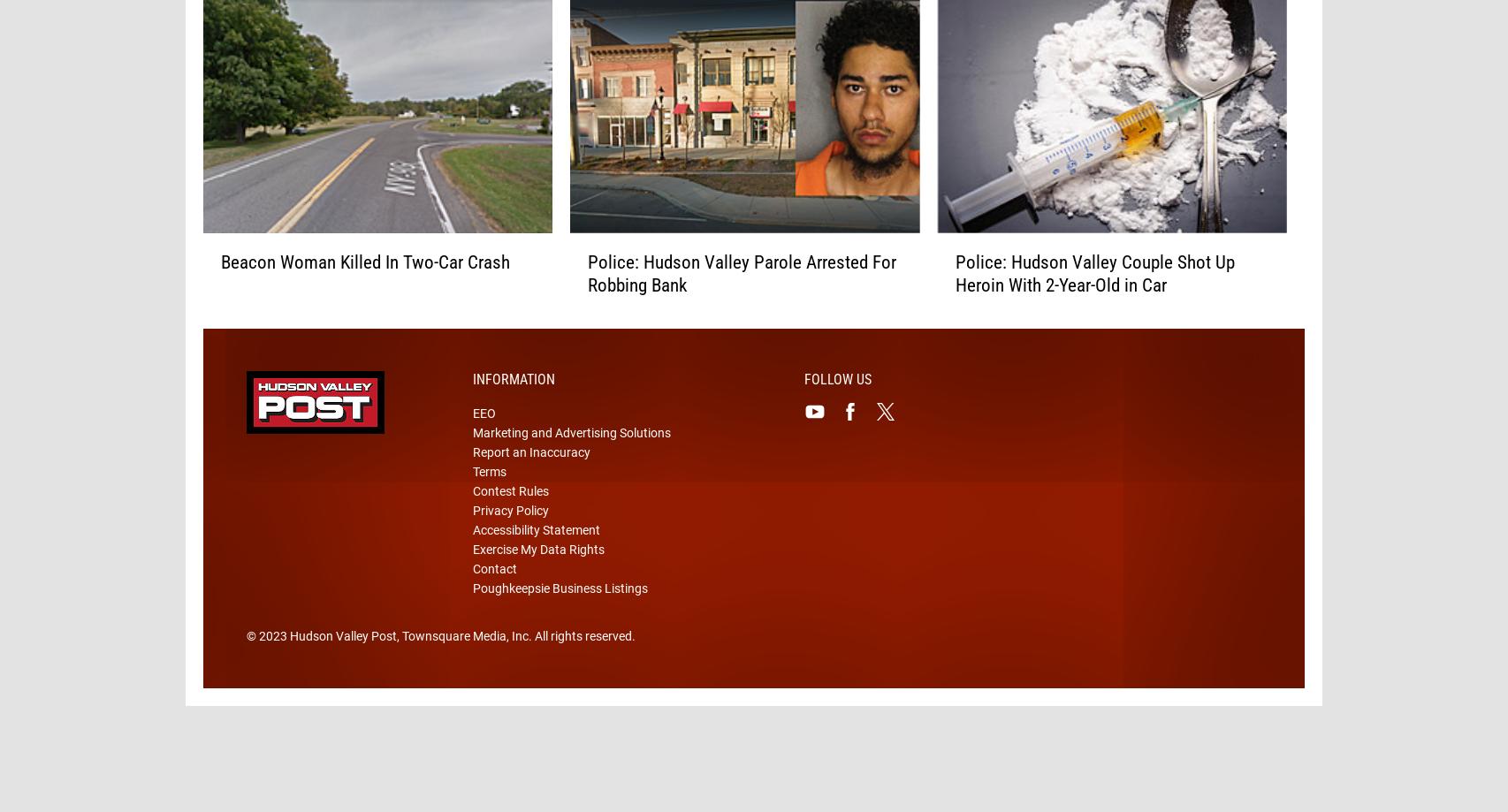 The width and height of the screenshot is (1508, 812). I want to click on '2023', so click(258, 664).